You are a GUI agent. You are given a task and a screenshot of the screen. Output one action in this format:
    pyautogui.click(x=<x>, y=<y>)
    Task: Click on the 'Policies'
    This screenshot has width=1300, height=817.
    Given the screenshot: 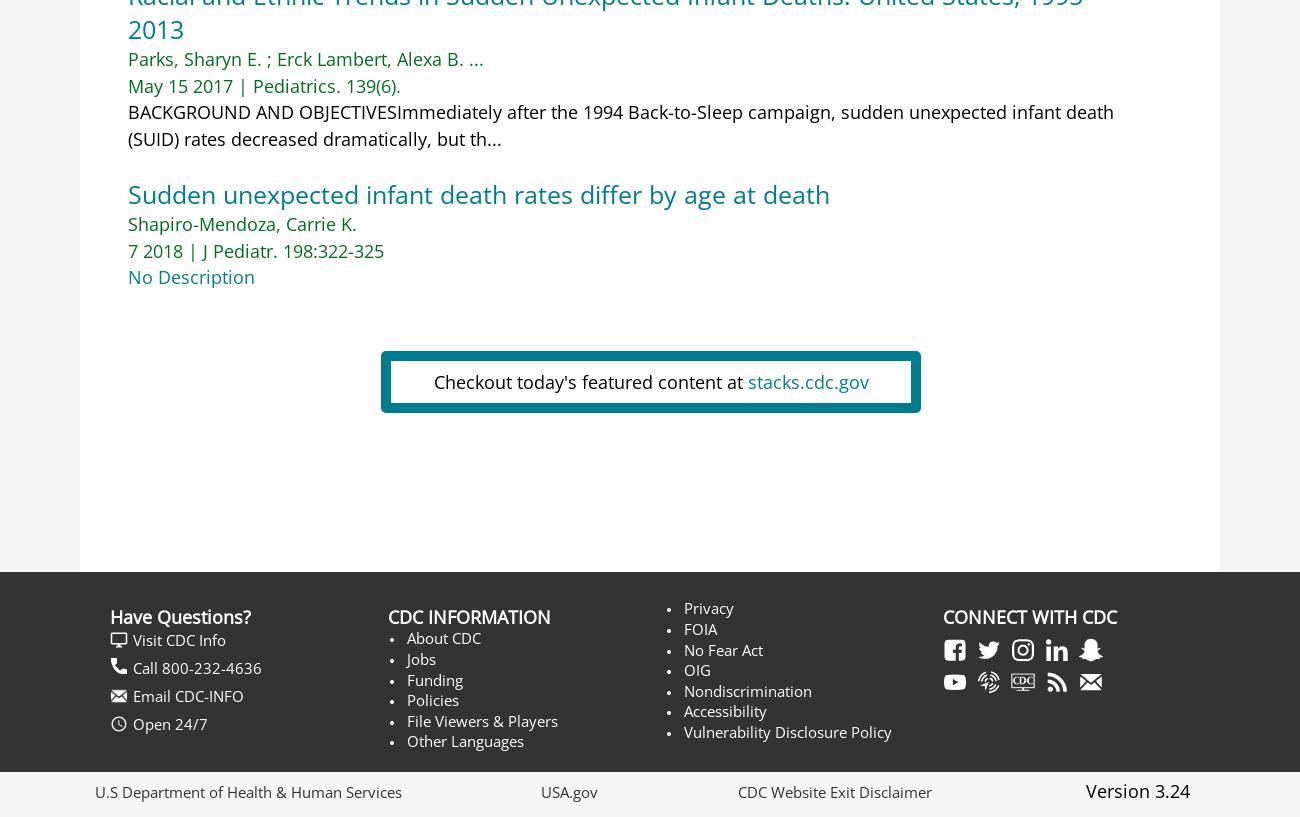 What is the action you would take?
    pyautogui.click(x=431, y=699)
    